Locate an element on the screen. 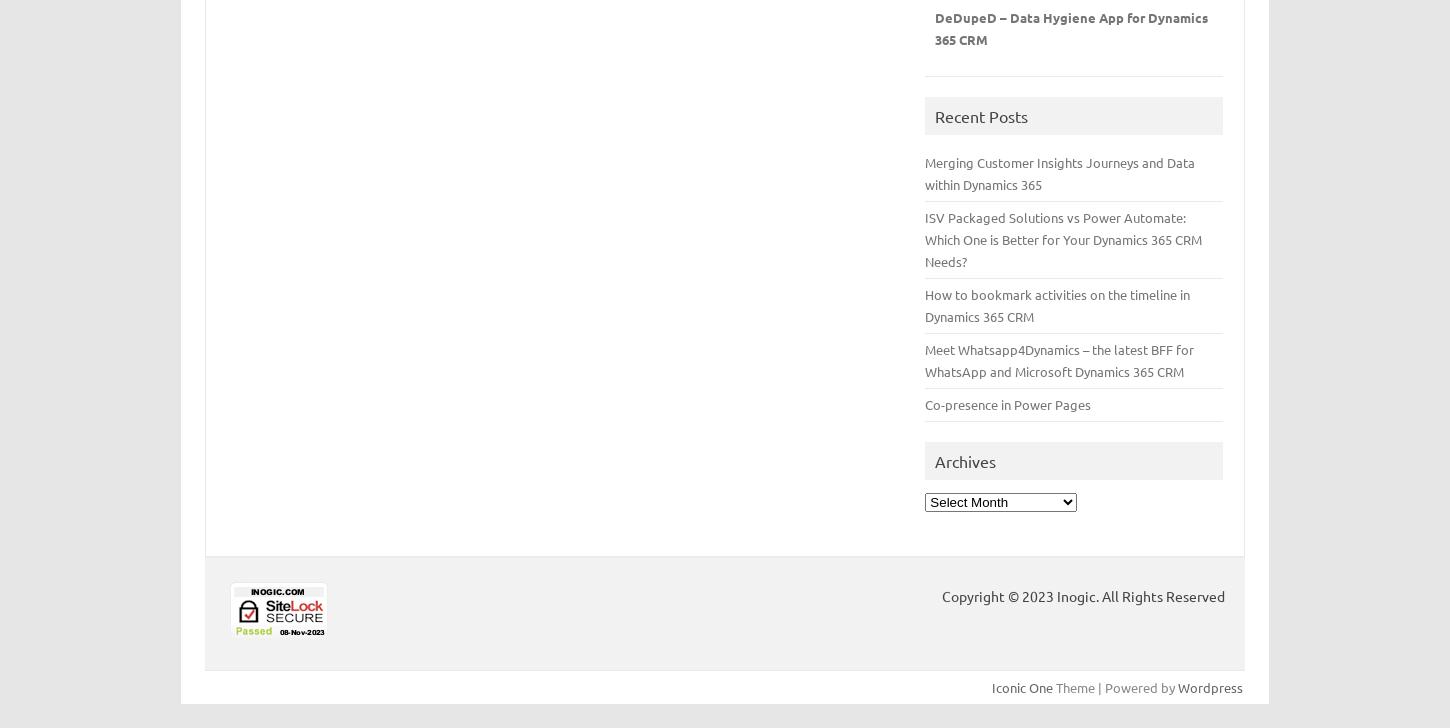 The image size is (1450, 728). 'Recent Posts' is located at coordinates (981, 115).